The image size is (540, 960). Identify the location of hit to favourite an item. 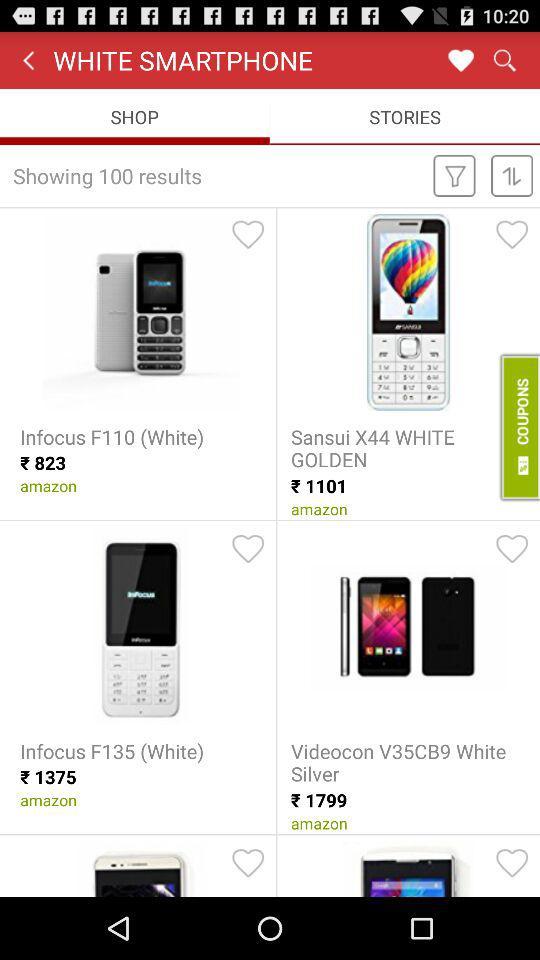
(248, 549).